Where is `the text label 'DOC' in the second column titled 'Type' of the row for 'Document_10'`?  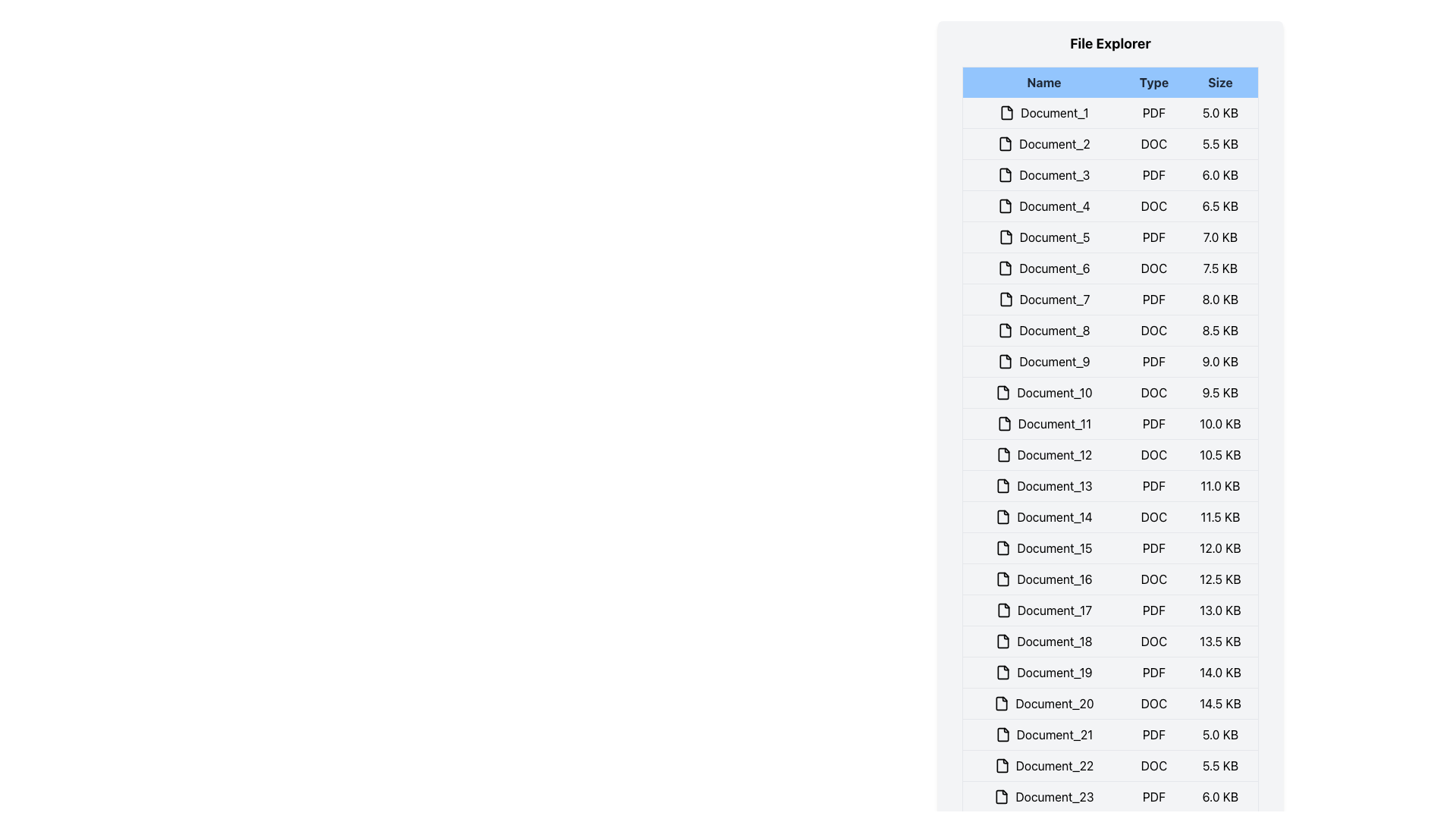 the text label 'DOC' in the second column titled 'Type' of the row for 'Document_10' is located at coordinates (1153, 391).